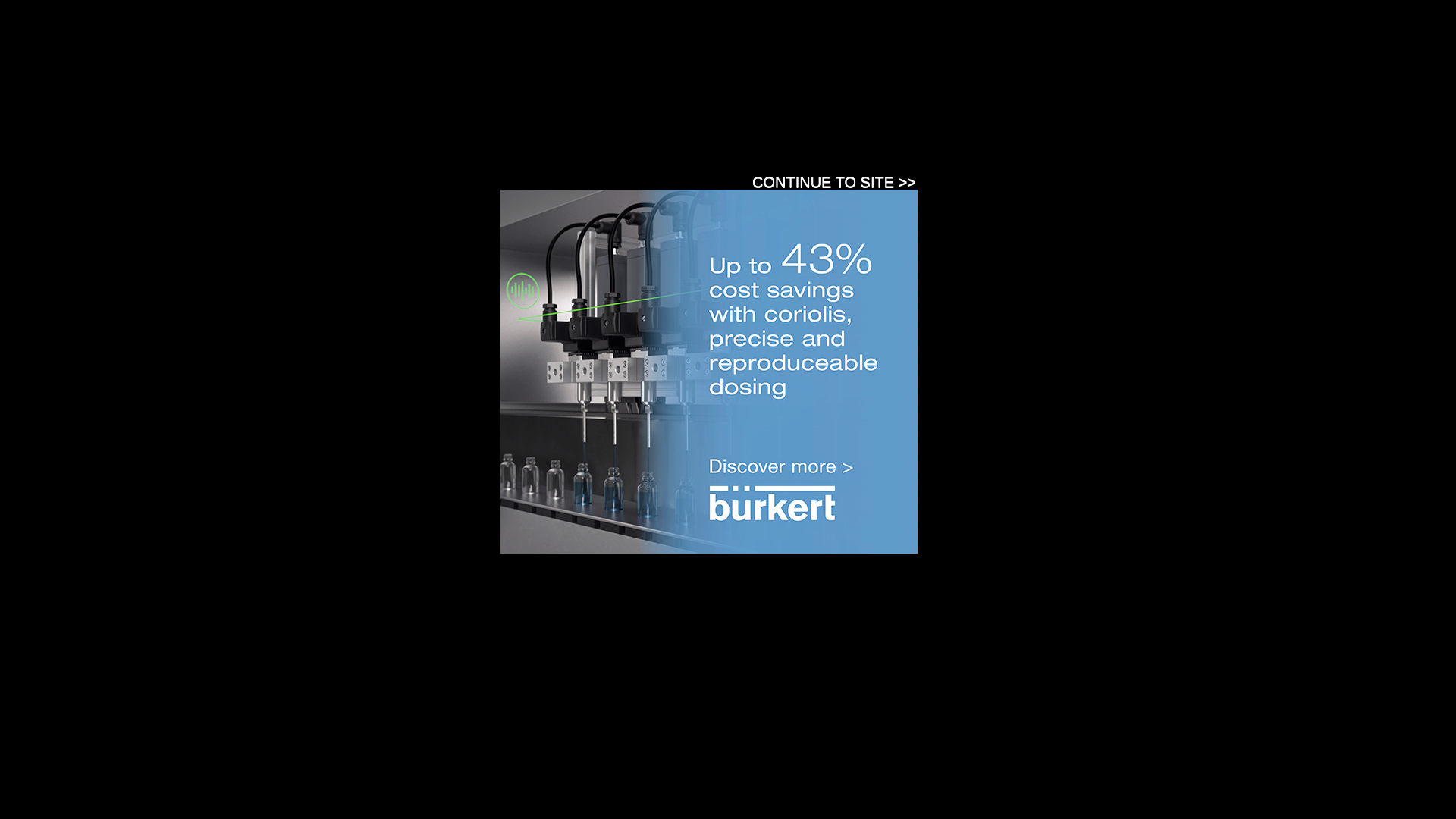 The width and height of the screenshot is (1456, 819). Describe the element at coordinates (708, 371) in the screenshot. I see `'3rd party ad content'` at that location.